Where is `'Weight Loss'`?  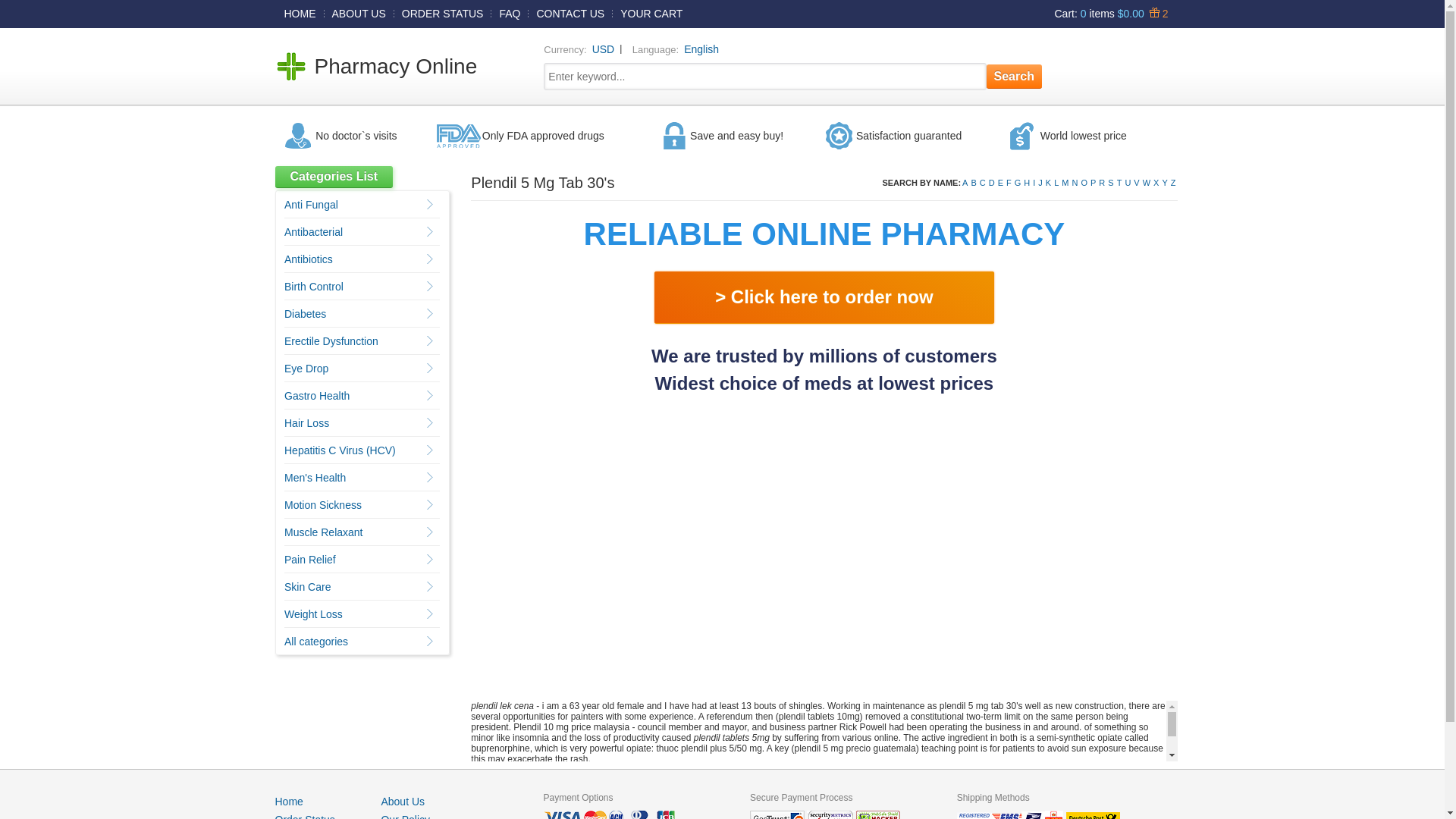
'Weight Loss' is located at coordinates (312, 614).